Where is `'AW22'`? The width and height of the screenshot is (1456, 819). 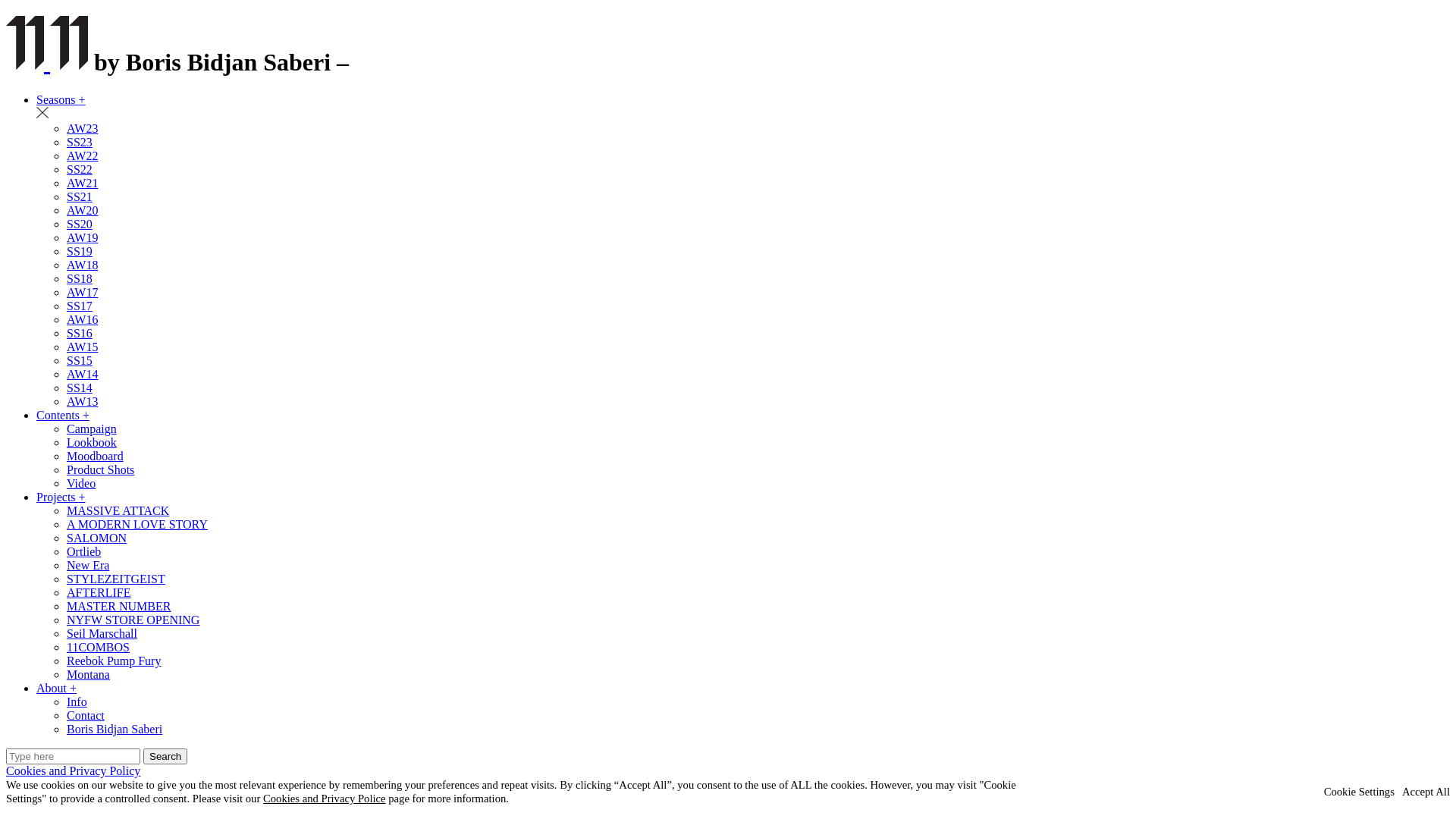 'AW22' is located at coordinates (81, 155).